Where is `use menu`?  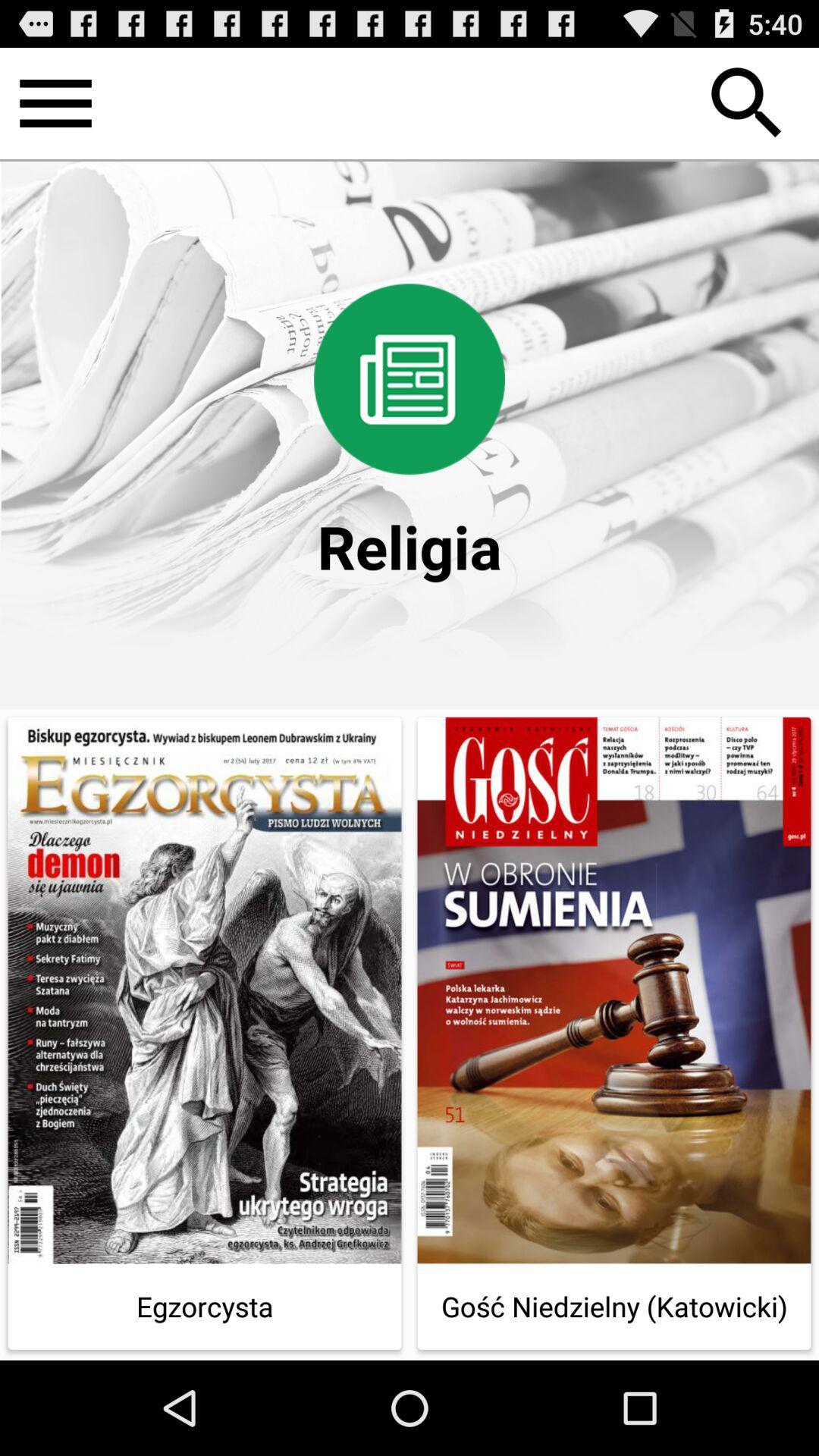
use menu is located at coordinates (55, 102).